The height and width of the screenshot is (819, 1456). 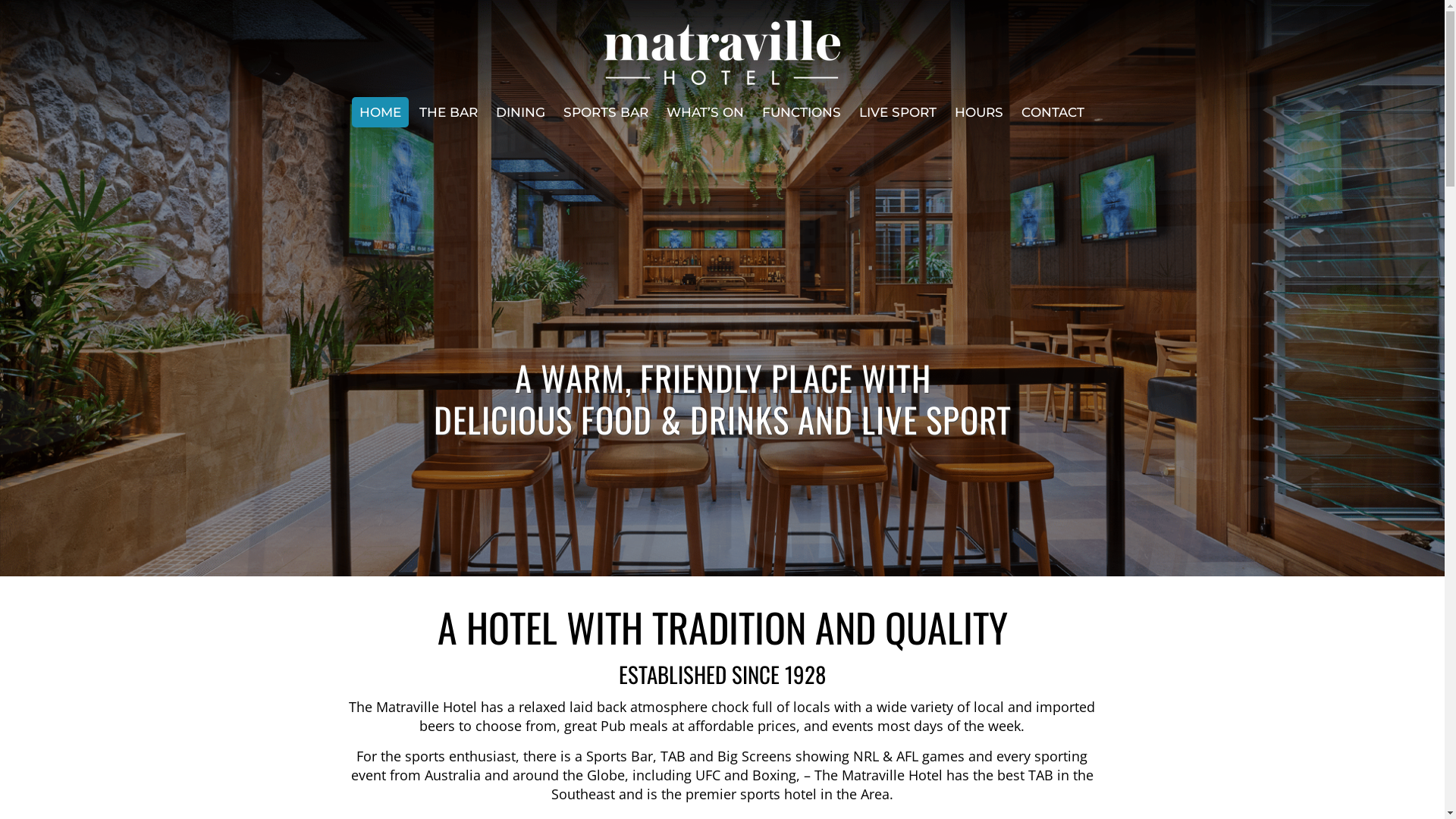 What do you see at coordinates (720, 43) in the screenshot?
I see `'Matraville Hotel'` at bounding box center [720, 43].